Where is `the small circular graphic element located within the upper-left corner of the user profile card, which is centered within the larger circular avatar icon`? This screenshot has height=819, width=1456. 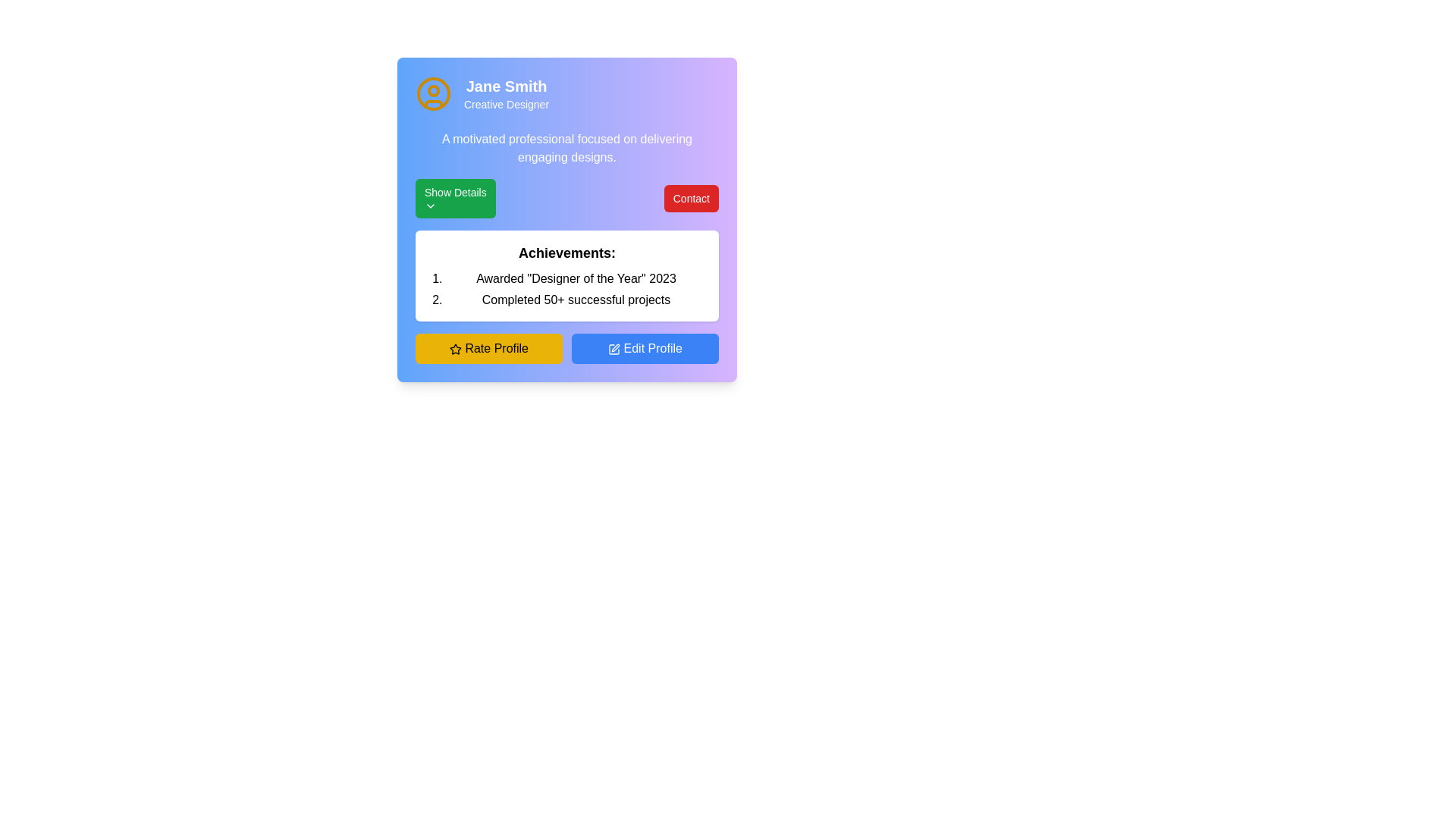
the small circular graphic element located within the upper-left corner of the user profile card, which is centered within the larger circular avatar icon is located at coordinates (432, 90).